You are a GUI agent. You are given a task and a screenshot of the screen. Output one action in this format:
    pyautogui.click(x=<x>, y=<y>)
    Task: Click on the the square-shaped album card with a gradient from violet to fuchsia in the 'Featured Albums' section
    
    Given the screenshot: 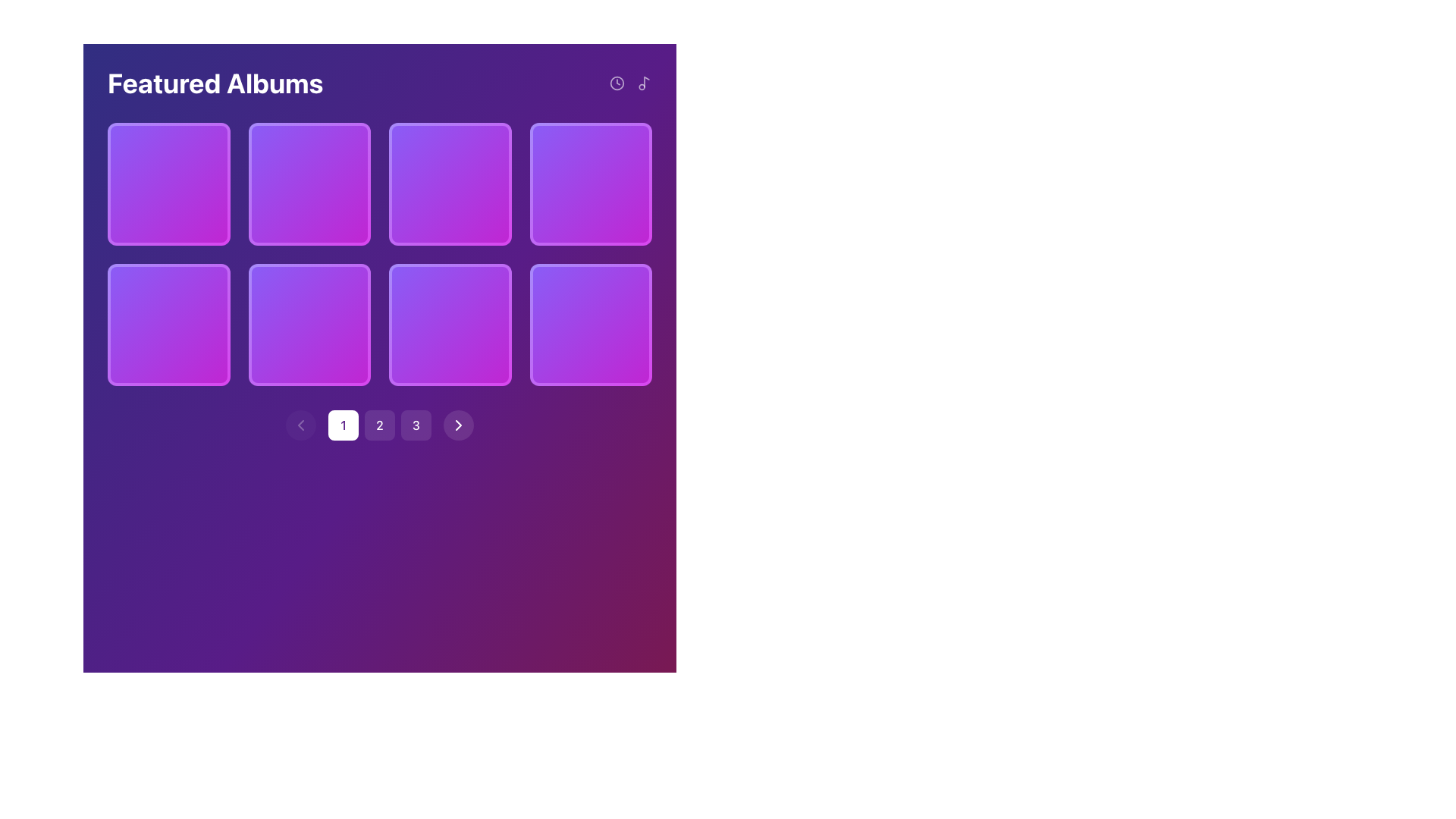 What is the action you would take?
    pyautogui.click(x=590, y=183)
    